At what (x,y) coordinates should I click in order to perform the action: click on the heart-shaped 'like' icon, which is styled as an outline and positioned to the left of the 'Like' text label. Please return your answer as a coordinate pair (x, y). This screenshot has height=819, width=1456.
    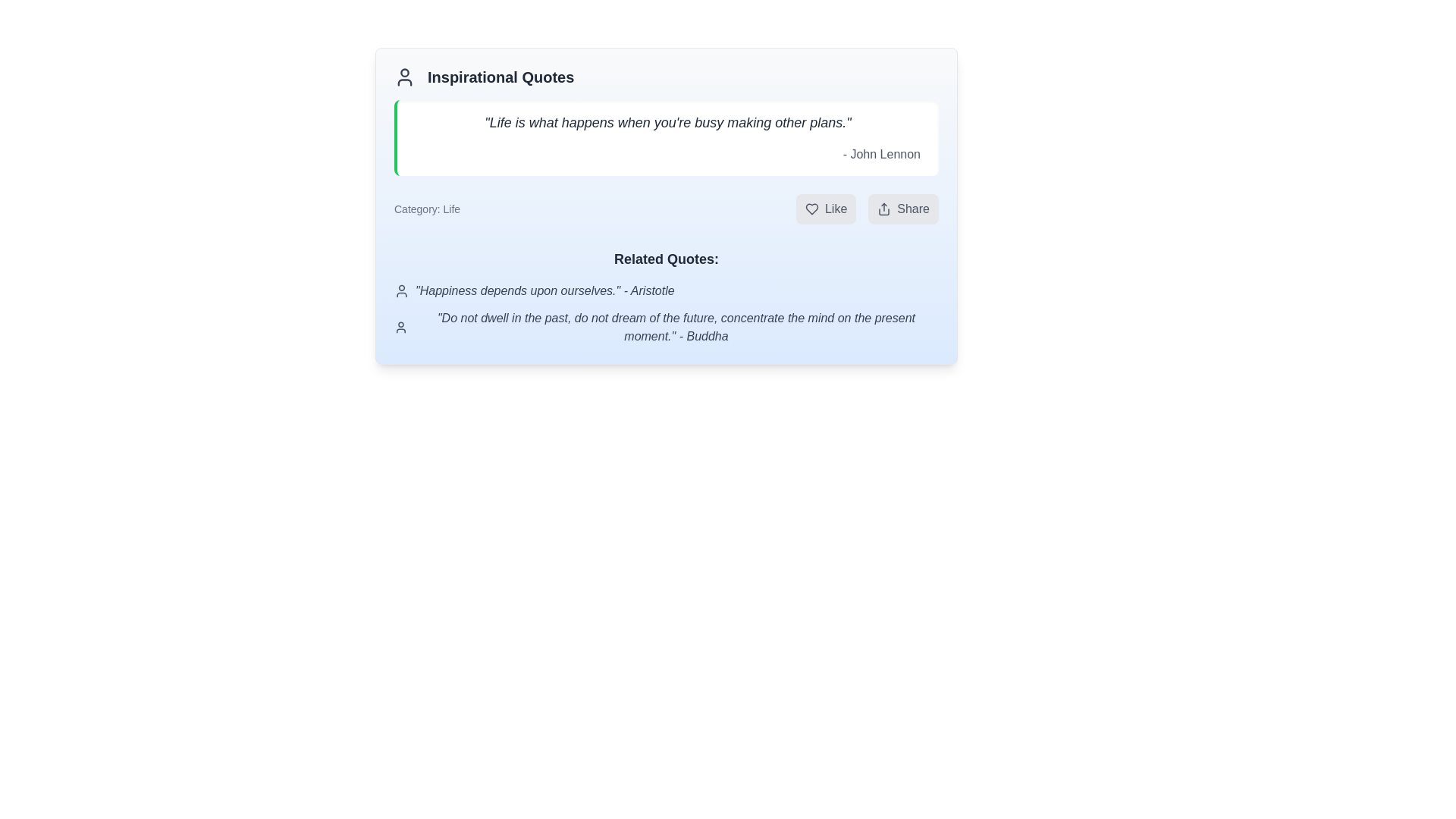
    Looking at the image, I should click on (811, 209).